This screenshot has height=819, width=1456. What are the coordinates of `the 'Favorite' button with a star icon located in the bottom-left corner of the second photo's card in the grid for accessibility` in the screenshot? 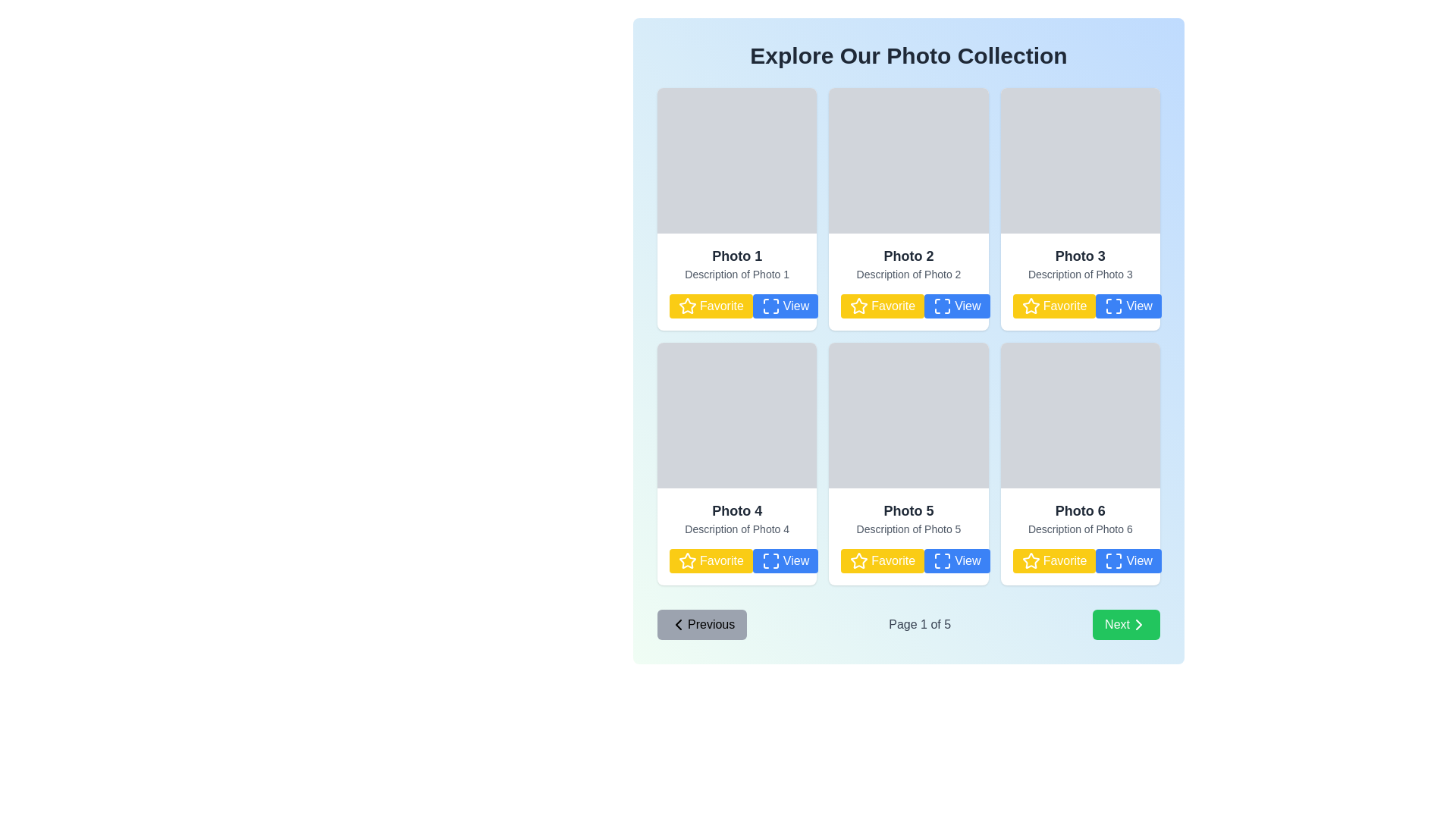 It's located at (908, 306).